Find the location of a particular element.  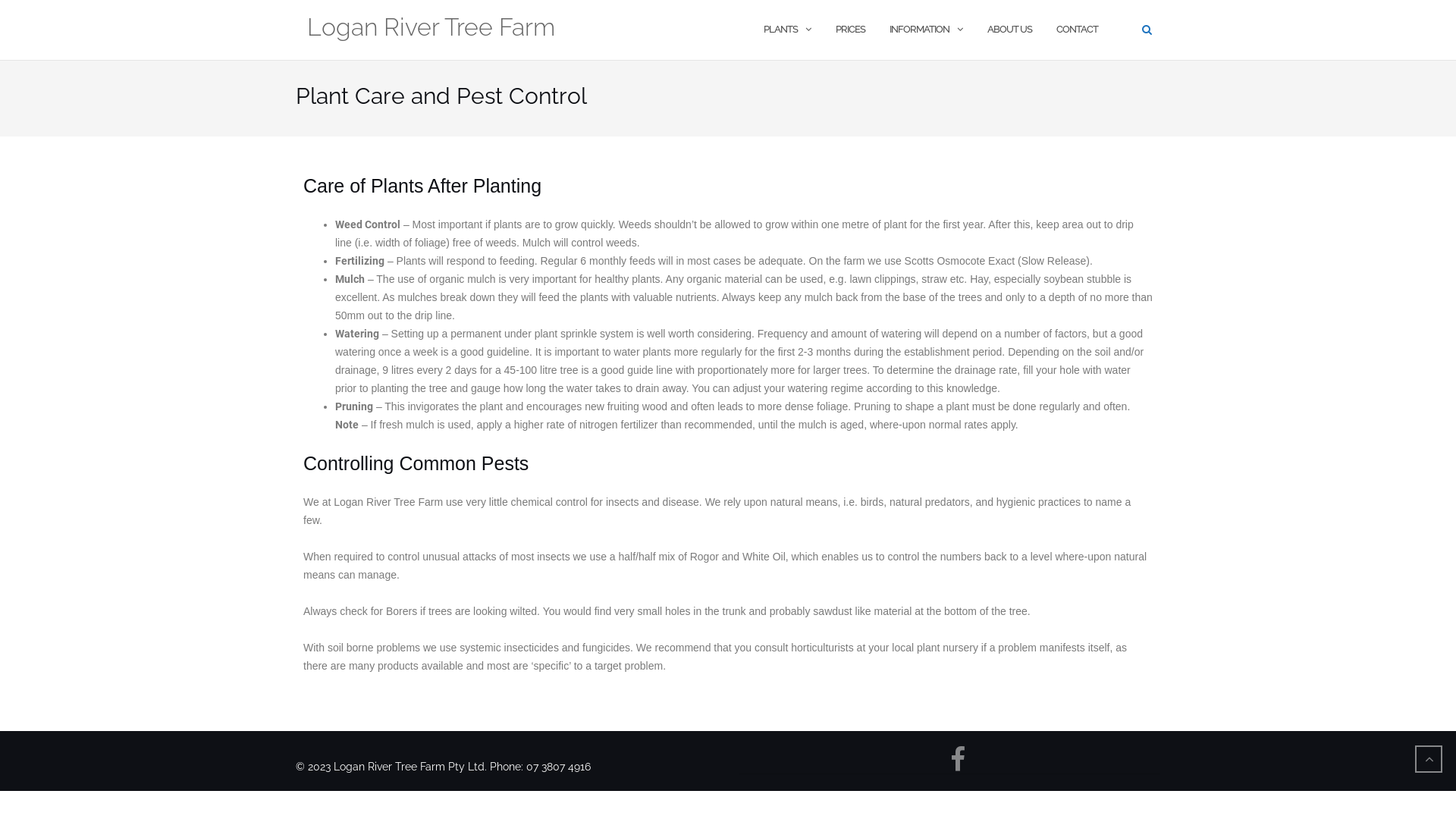

'INFORMATION' is located at coordinates (918, 30).